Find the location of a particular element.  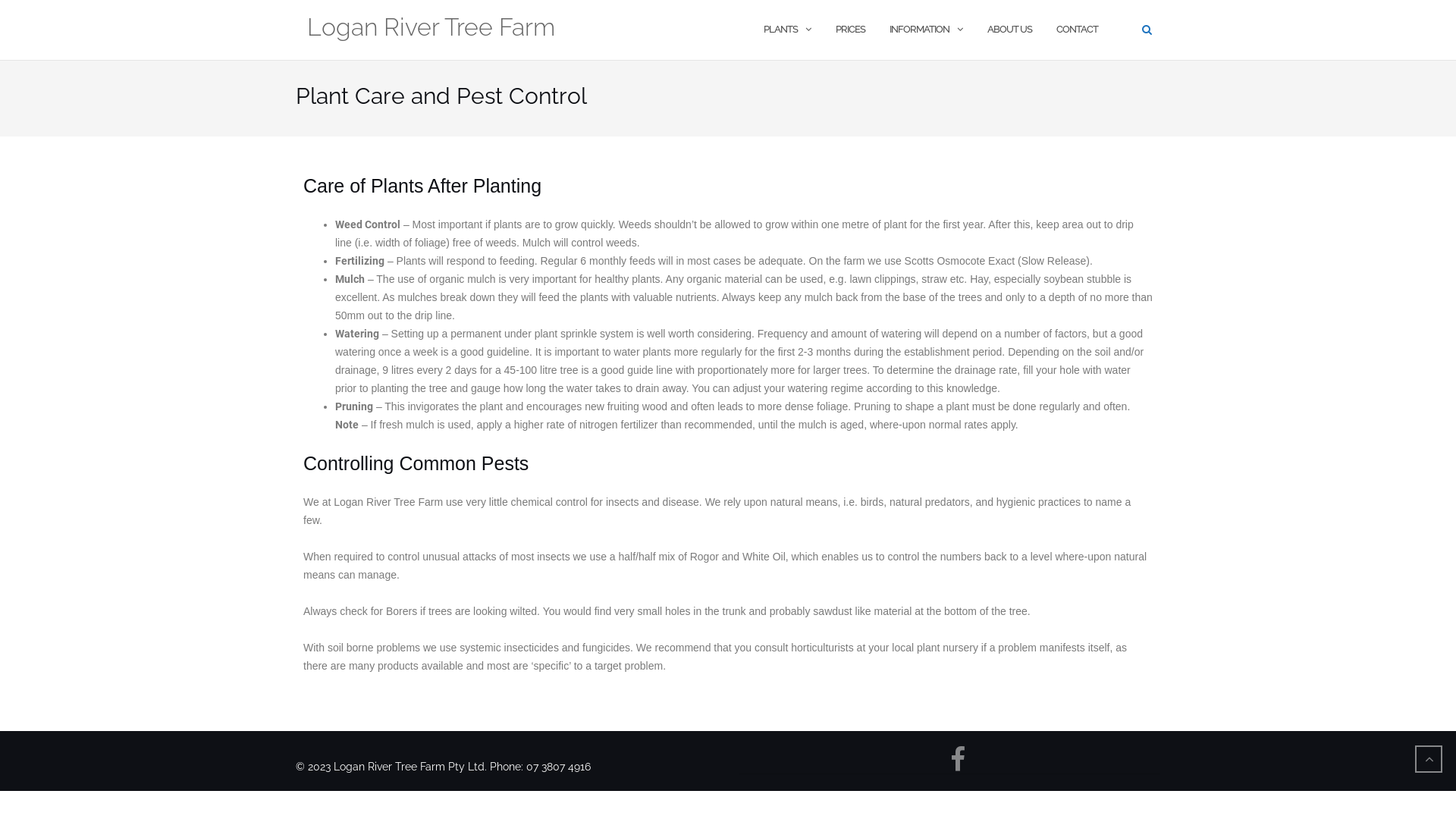

'INFORMATION' is located at coordinates (918, 30).